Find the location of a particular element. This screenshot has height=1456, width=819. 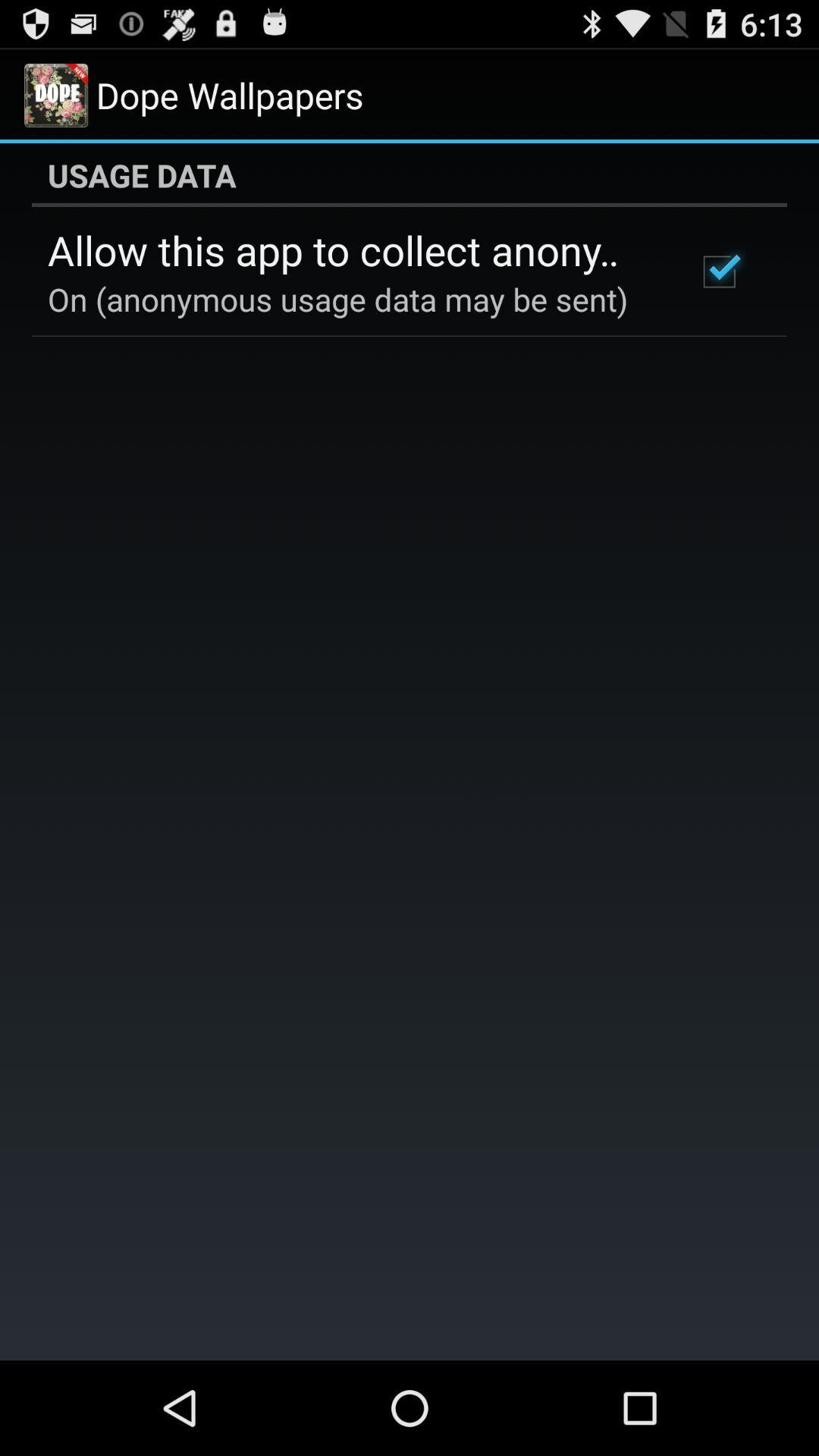

the allow this app icon is located at coordinates (351, 249).